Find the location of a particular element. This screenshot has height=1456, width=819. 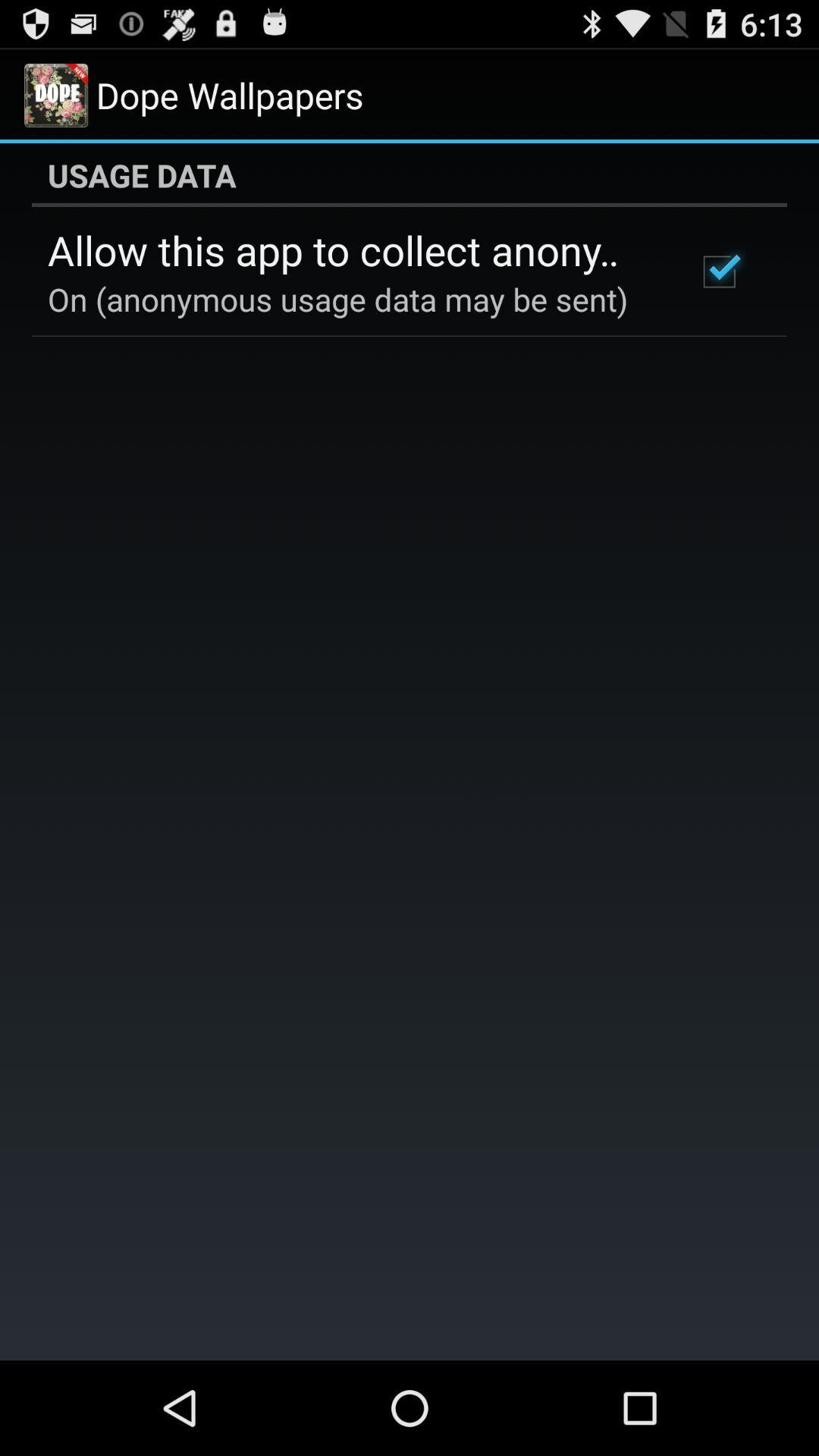

the allow this app icon is located at coordinates (351, 249).